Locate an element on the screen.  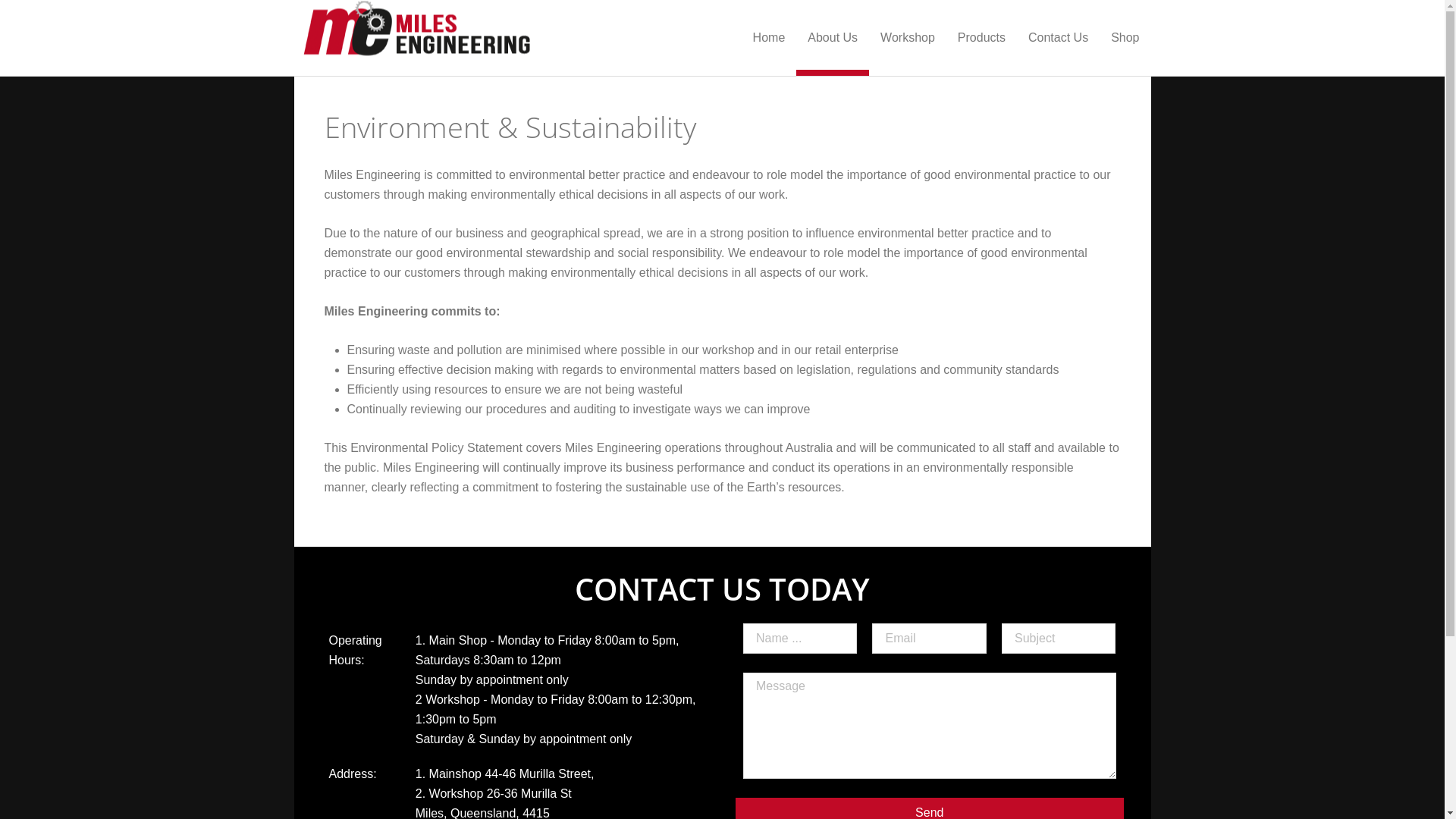
'Home' is located at coordinates (769, 37).